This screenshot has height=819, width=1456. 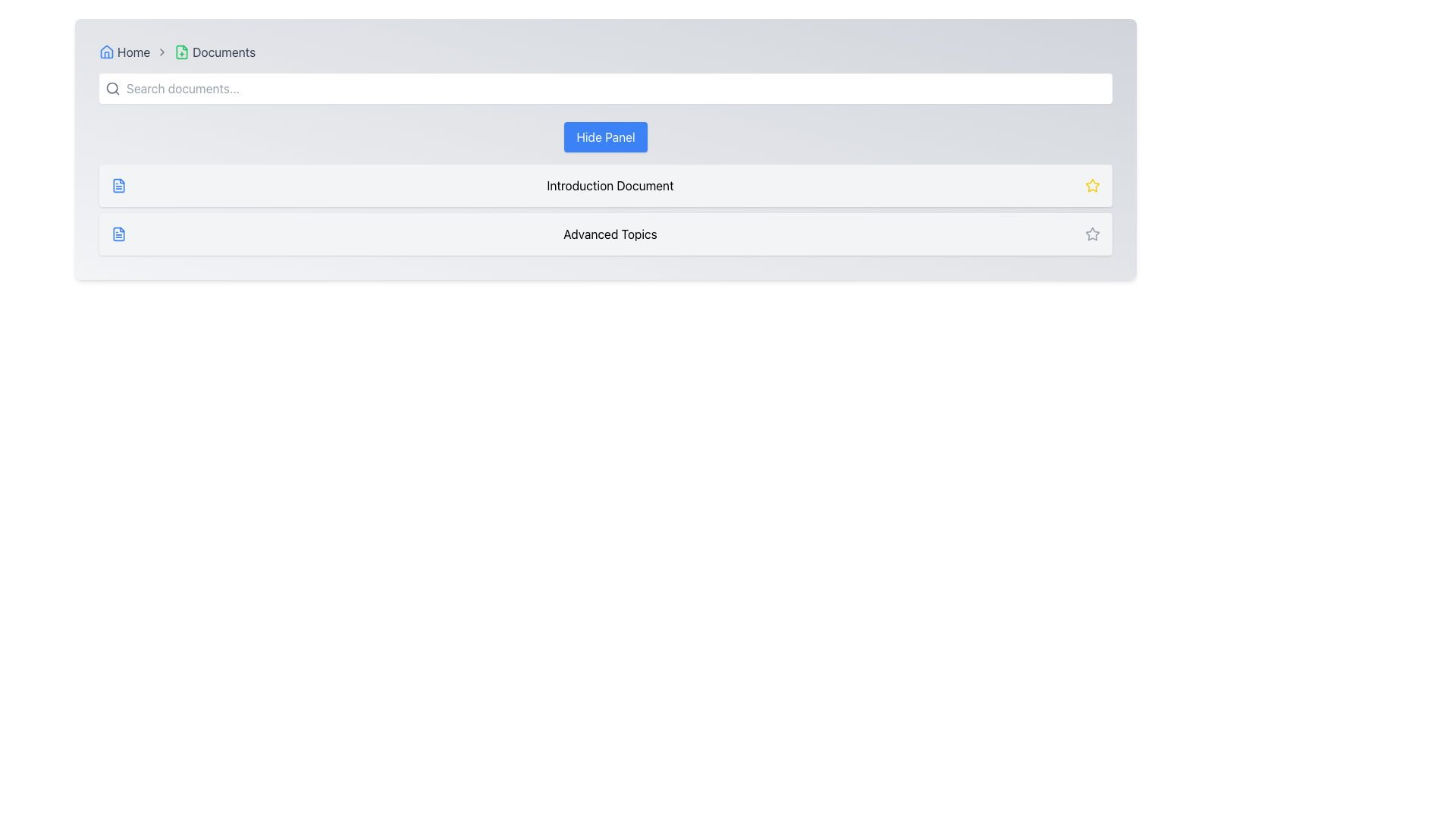 What do you see at coordinates (118, 185) in the screenshot?
I see `the icon representing the 'Introduction Document' located in the first row of the list, preceding the text and to the left of the yellow star icon` at bounding box center [118, 185].